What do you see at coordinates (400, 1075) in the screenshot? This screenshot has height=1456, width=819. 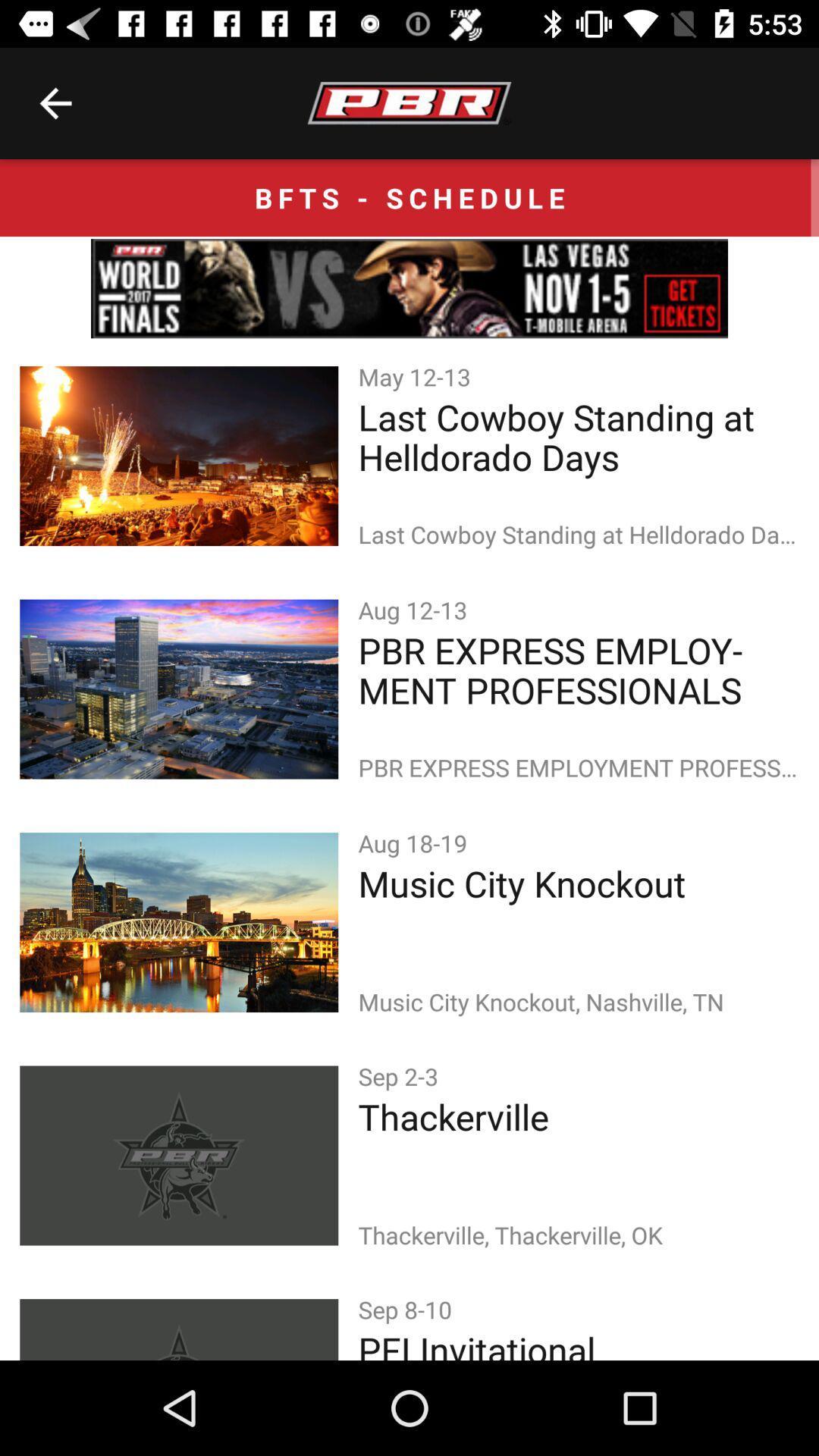 I see `the icon above the thackerville item` at bounding box center [400, 1075].